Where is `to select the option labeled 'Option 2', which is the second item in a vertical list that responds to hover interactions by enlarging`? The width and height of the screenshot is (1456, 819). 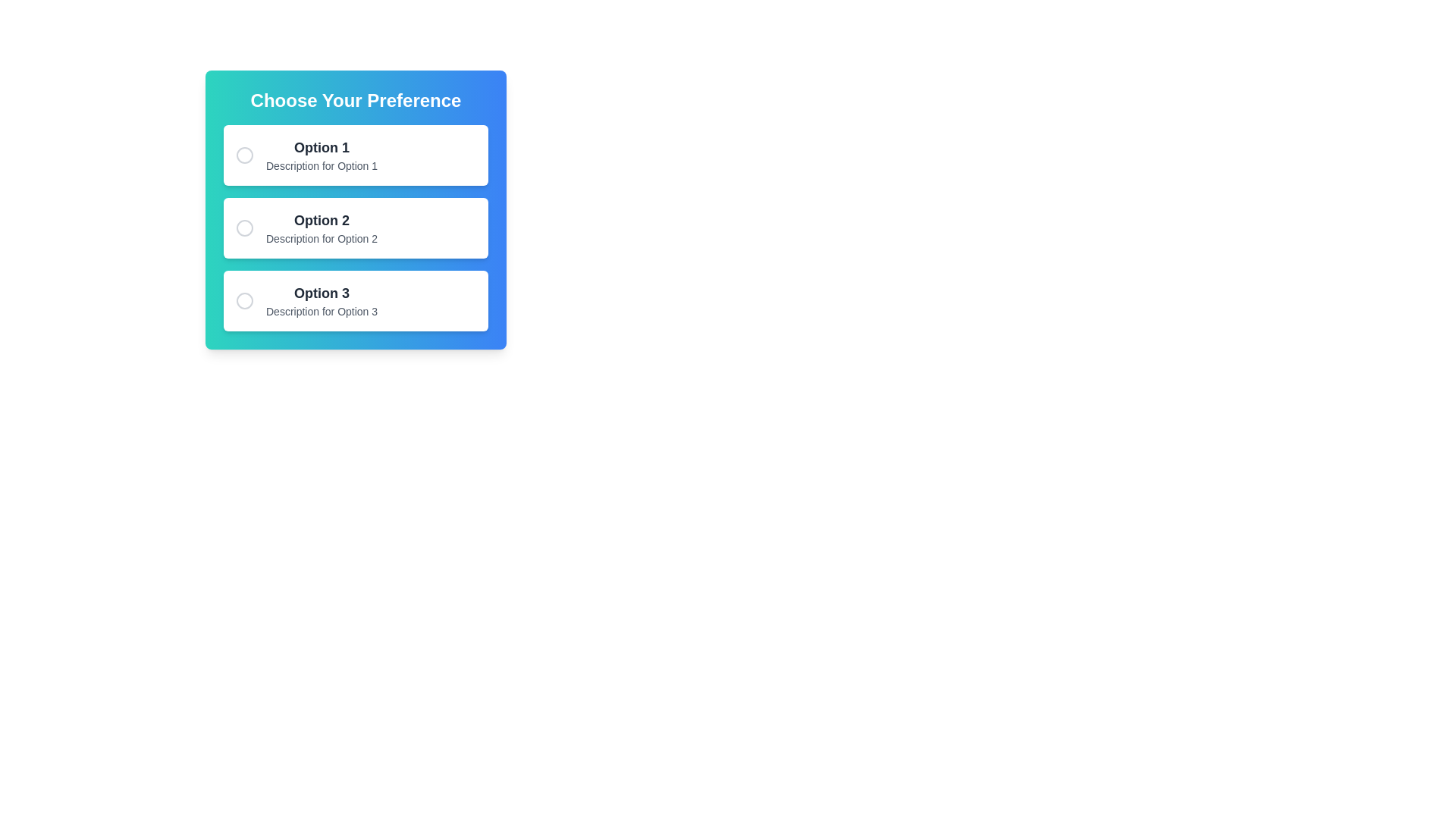 to select the option labeled 'Option 2', which is the second item in a vertical list that responds to hover interactions by enlarging is located at coordinates (355, 227).